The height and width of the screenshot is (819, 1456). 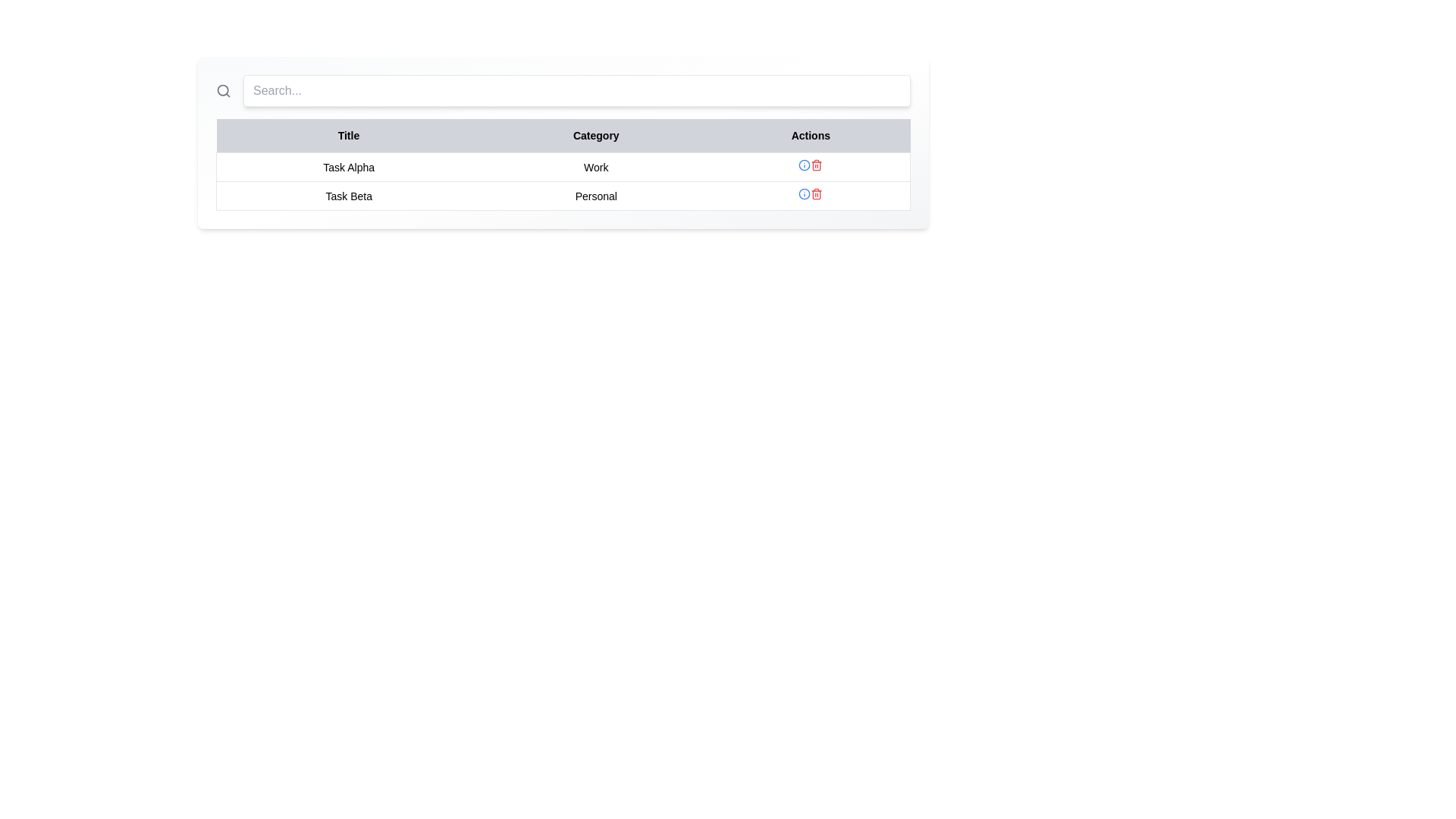 What do you see at coordinates (348, 167) in the screenshot?
I see `the Text label displaying 'Task Alpha' in the first row and first column of the grid view` at bounding box center [348, 167].